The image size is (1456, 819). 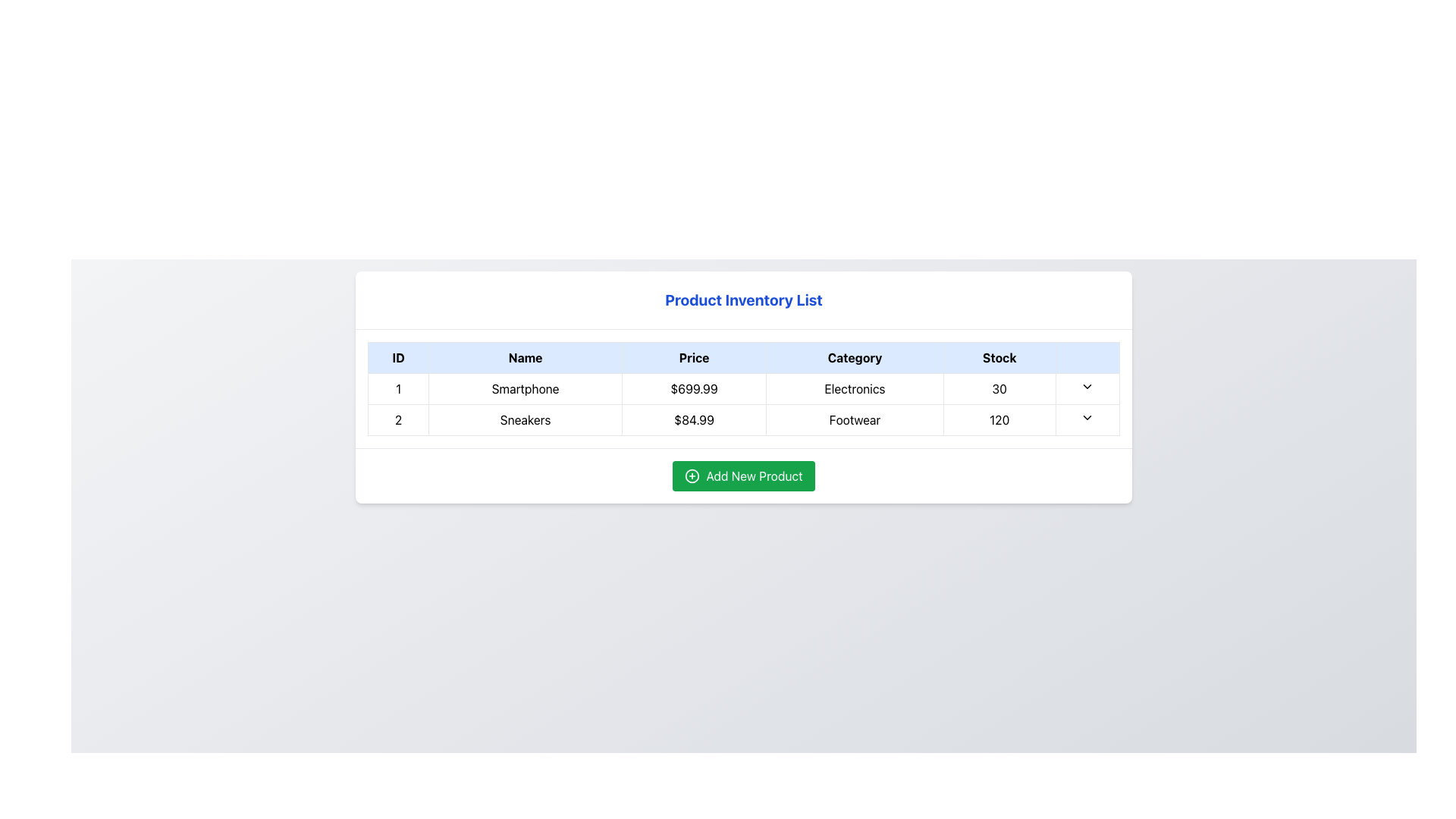 What do you see at coordinates (398, 420) in the screenshot?
I see `the text label displaying '2' in the ID column of the Sneakers product row in the table` at bounding box center [398, 420].